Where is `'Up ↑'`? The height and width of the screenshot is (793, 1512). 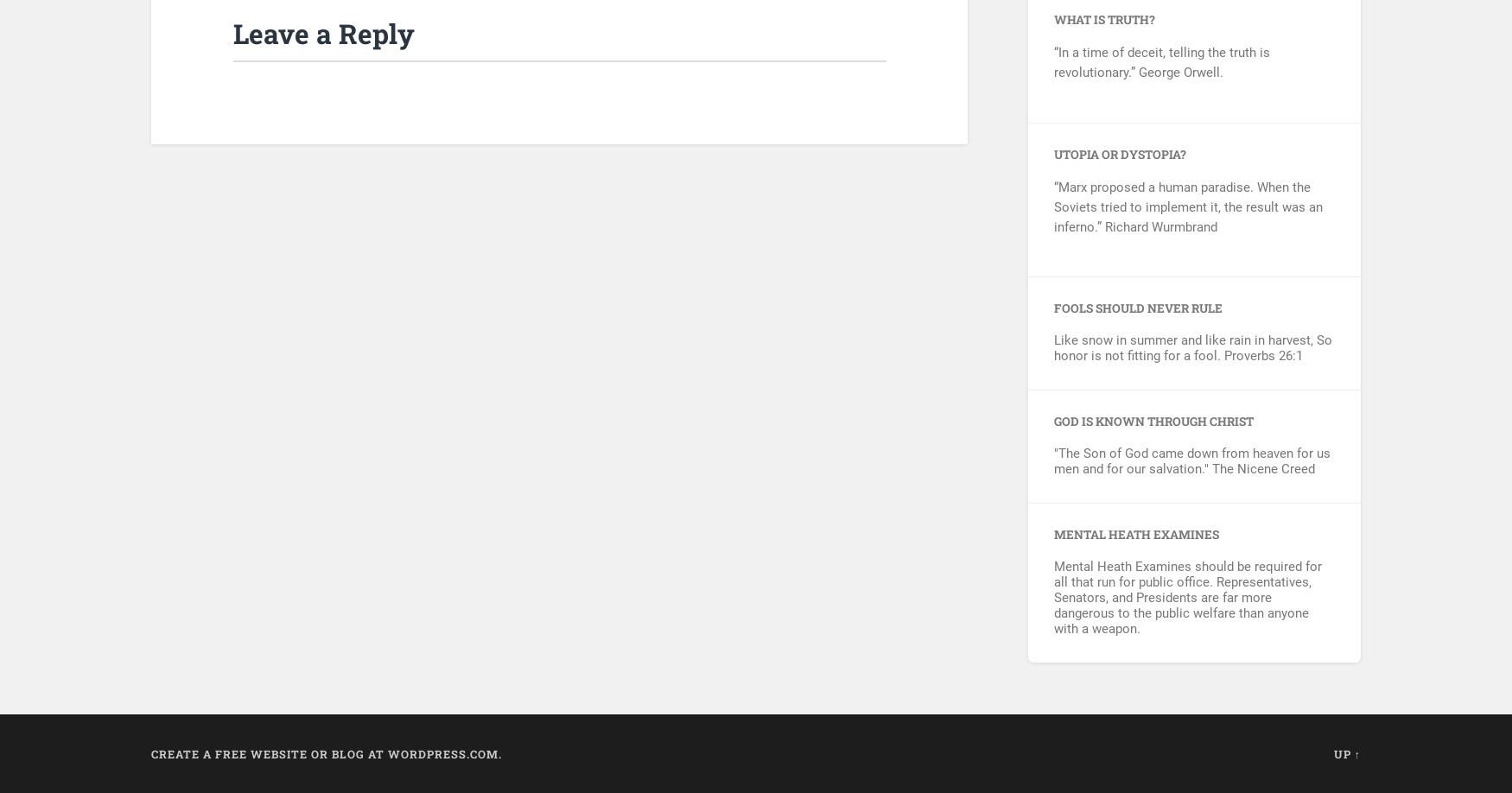
'Up ↑' is located at coordinates (1346, 752).